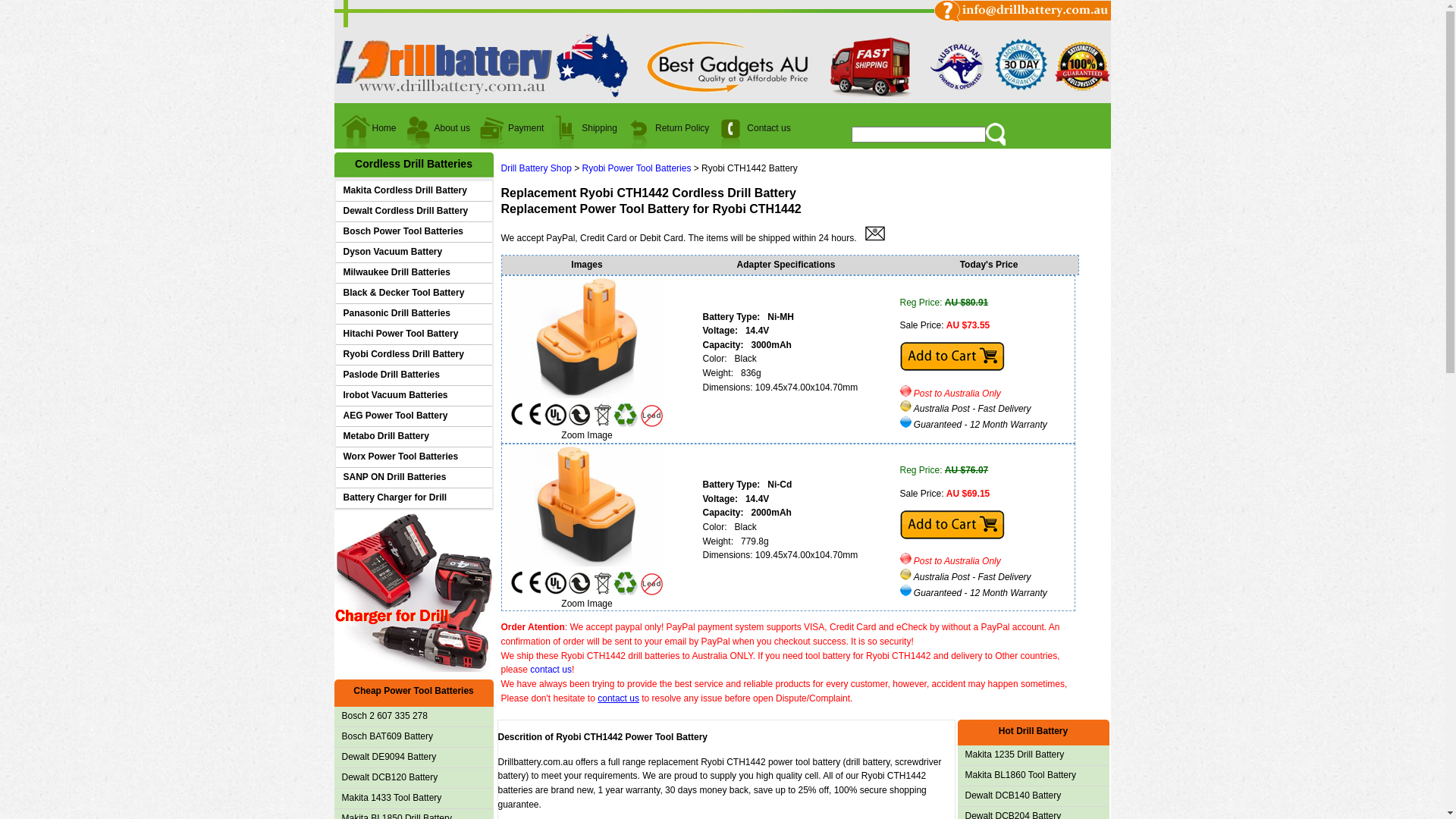  What do you see at coordinates (403, 133) in the screenshot?
I see `'About us'` at bounding box center [403, 133].